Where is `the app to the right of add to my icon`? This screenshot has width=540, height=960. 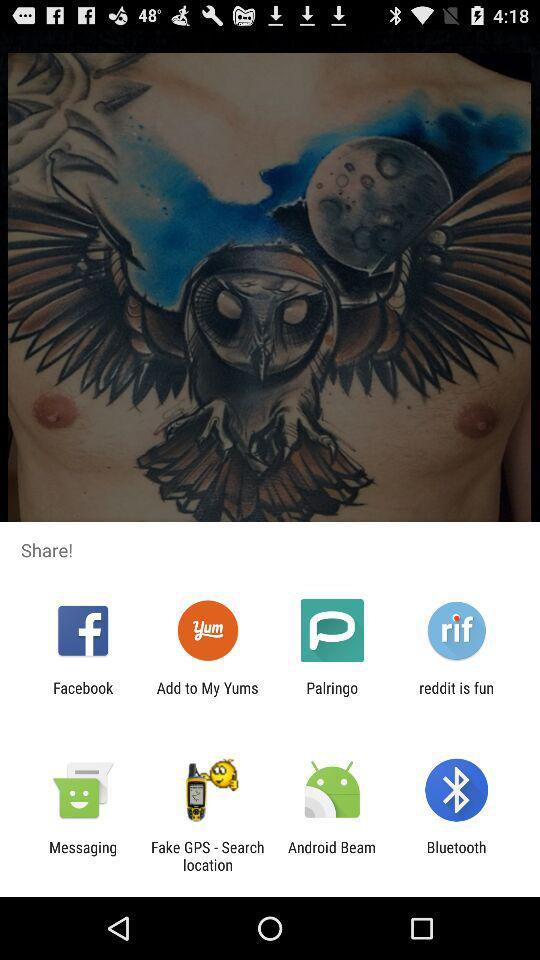
the app to the right of add to my icon is located at coordinates (332, 696).